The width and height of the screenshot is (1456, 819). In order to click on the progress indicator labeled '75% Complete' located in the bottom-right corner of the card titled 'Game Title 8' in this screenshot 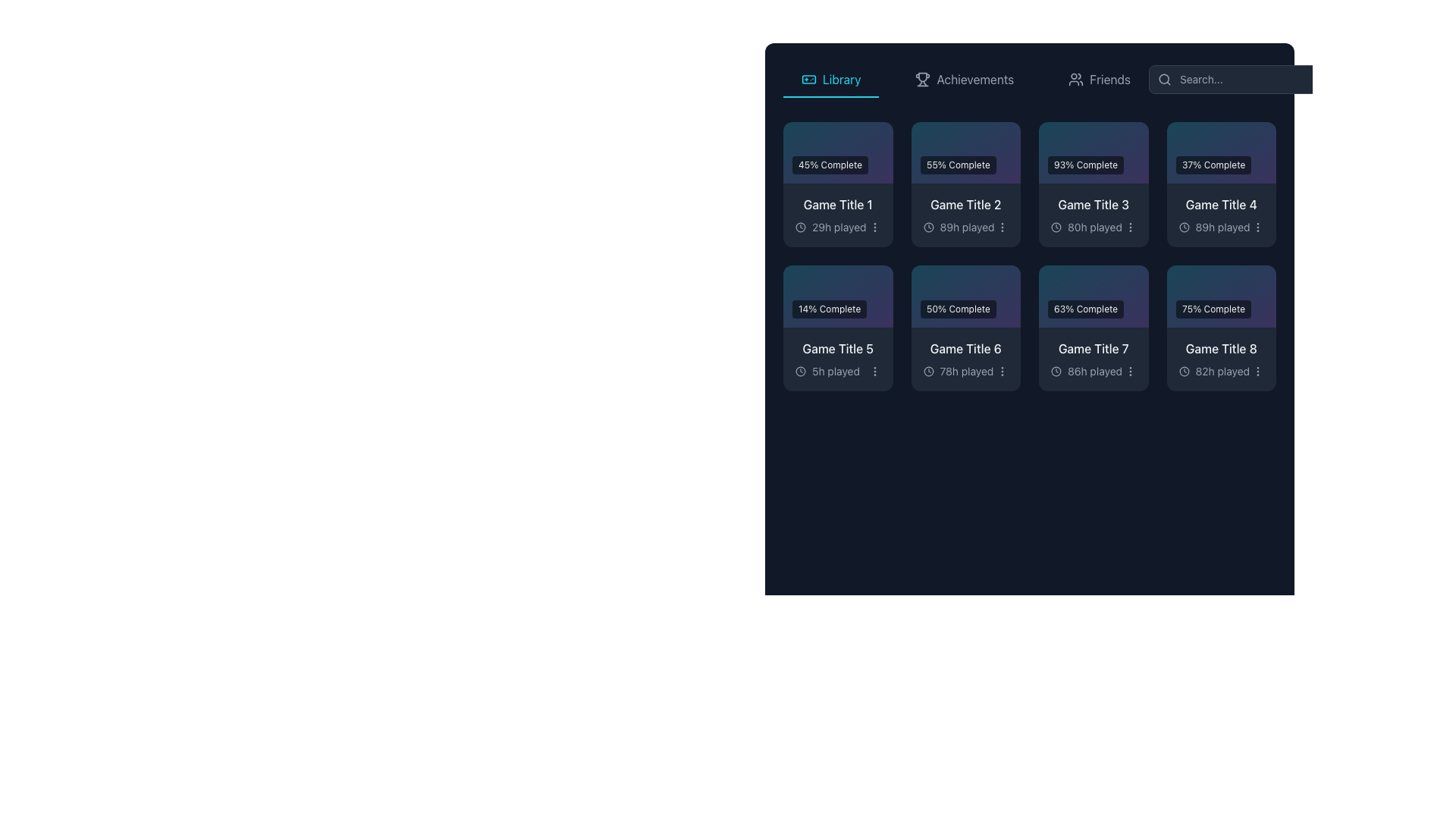, I will do `click(1221, 296)`.